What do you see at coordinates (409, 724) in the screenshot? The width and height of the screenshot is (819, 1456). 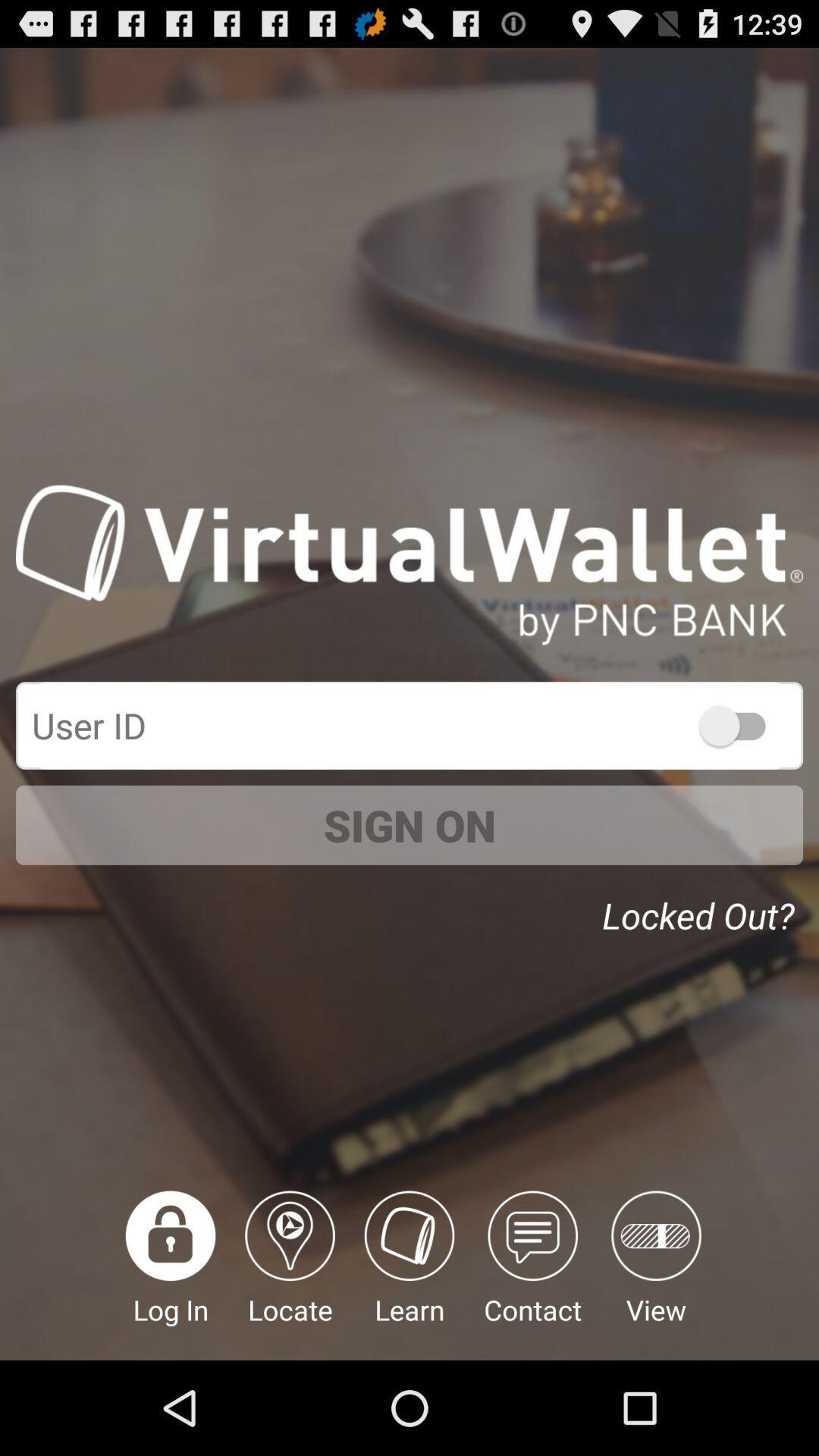 I see `user id` at bounding box center [409, 724].